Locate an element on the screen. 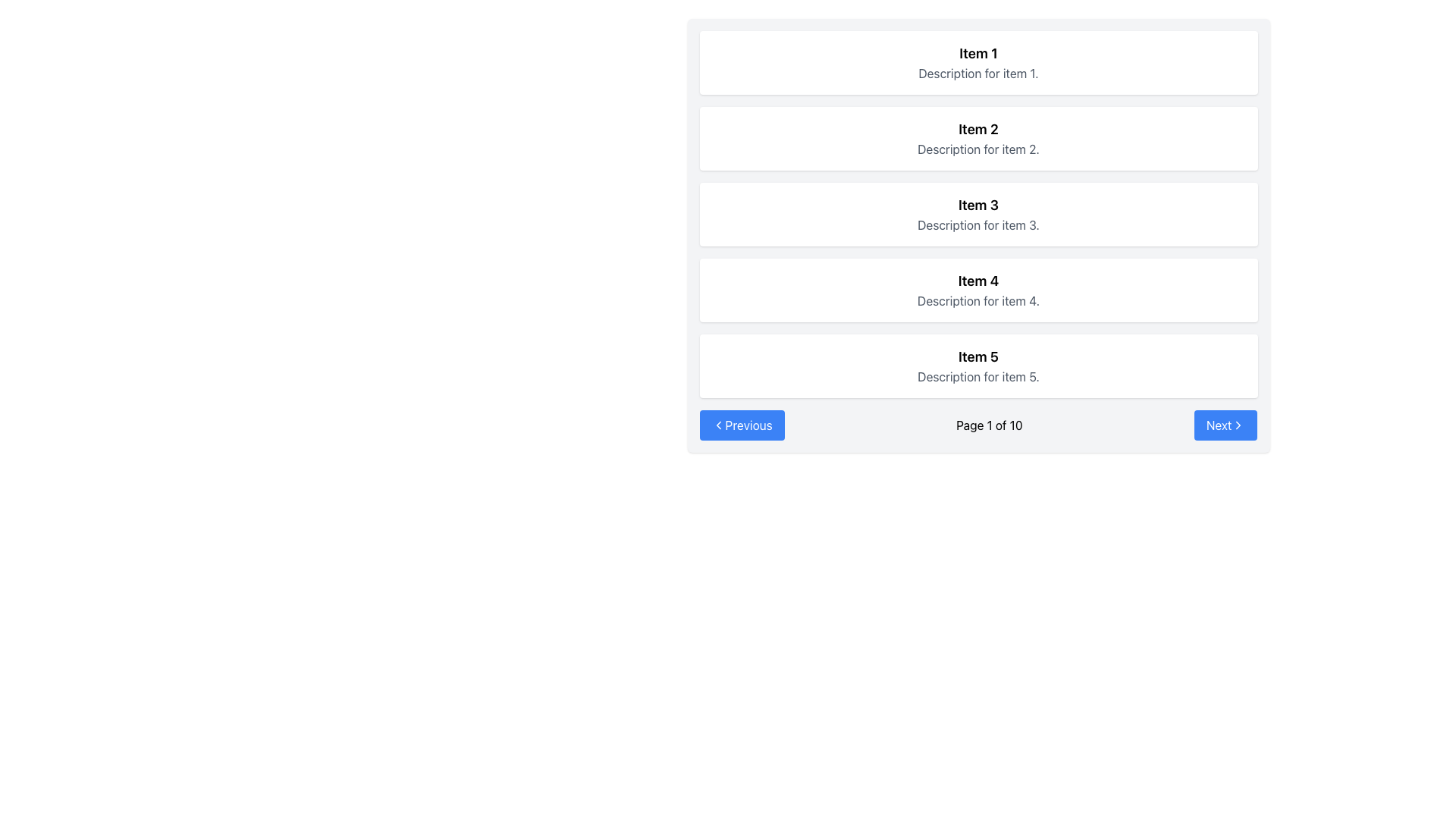  the text label that identifies 'Item 3' within the third content box of the vertically stacked list is located at coordinates (978, 205).